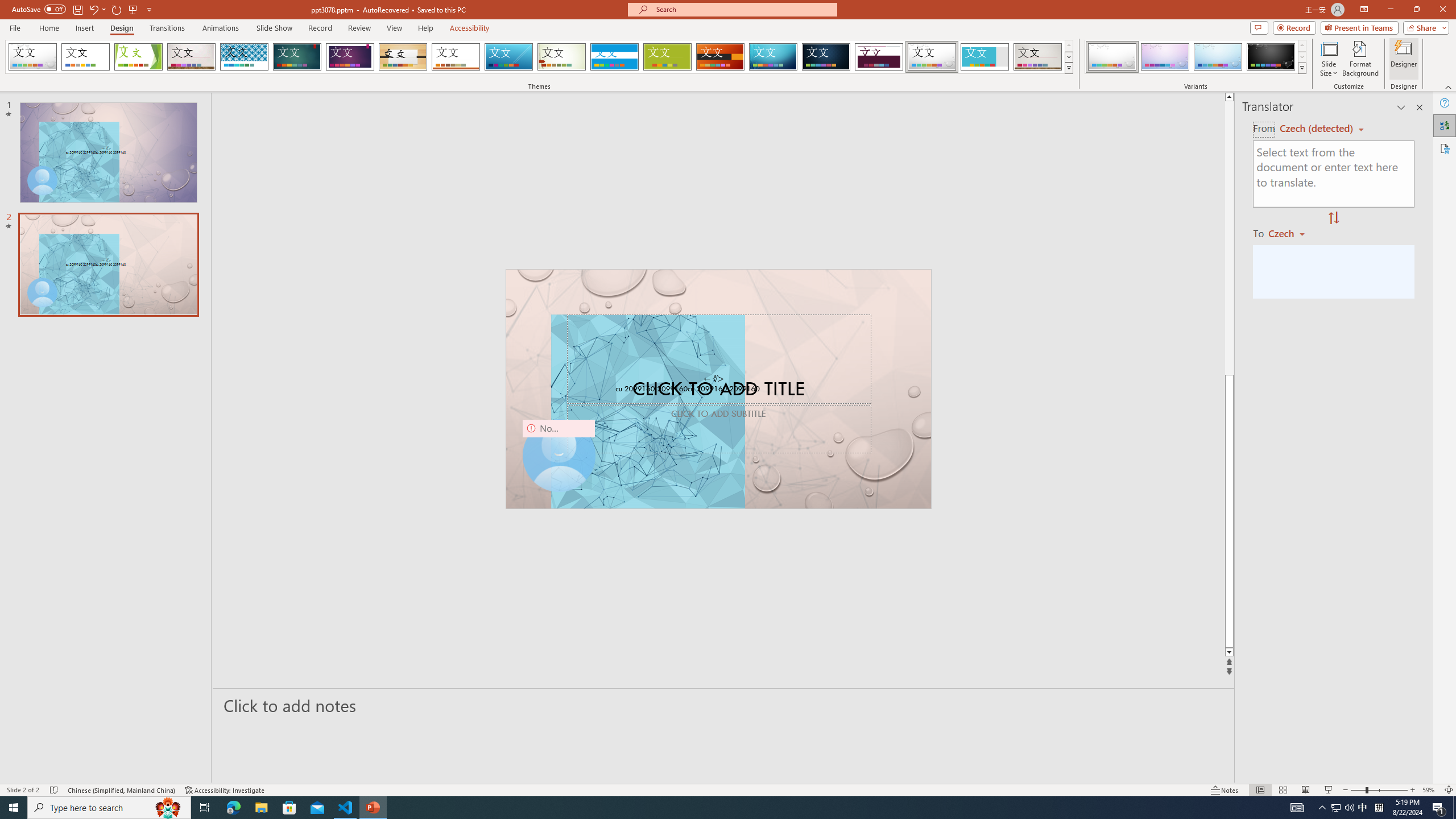 This screenshot has width=1456, height=819. Describe the element at coordinates (296, 56) in the screenshot. I see `'Ion'` at that location.